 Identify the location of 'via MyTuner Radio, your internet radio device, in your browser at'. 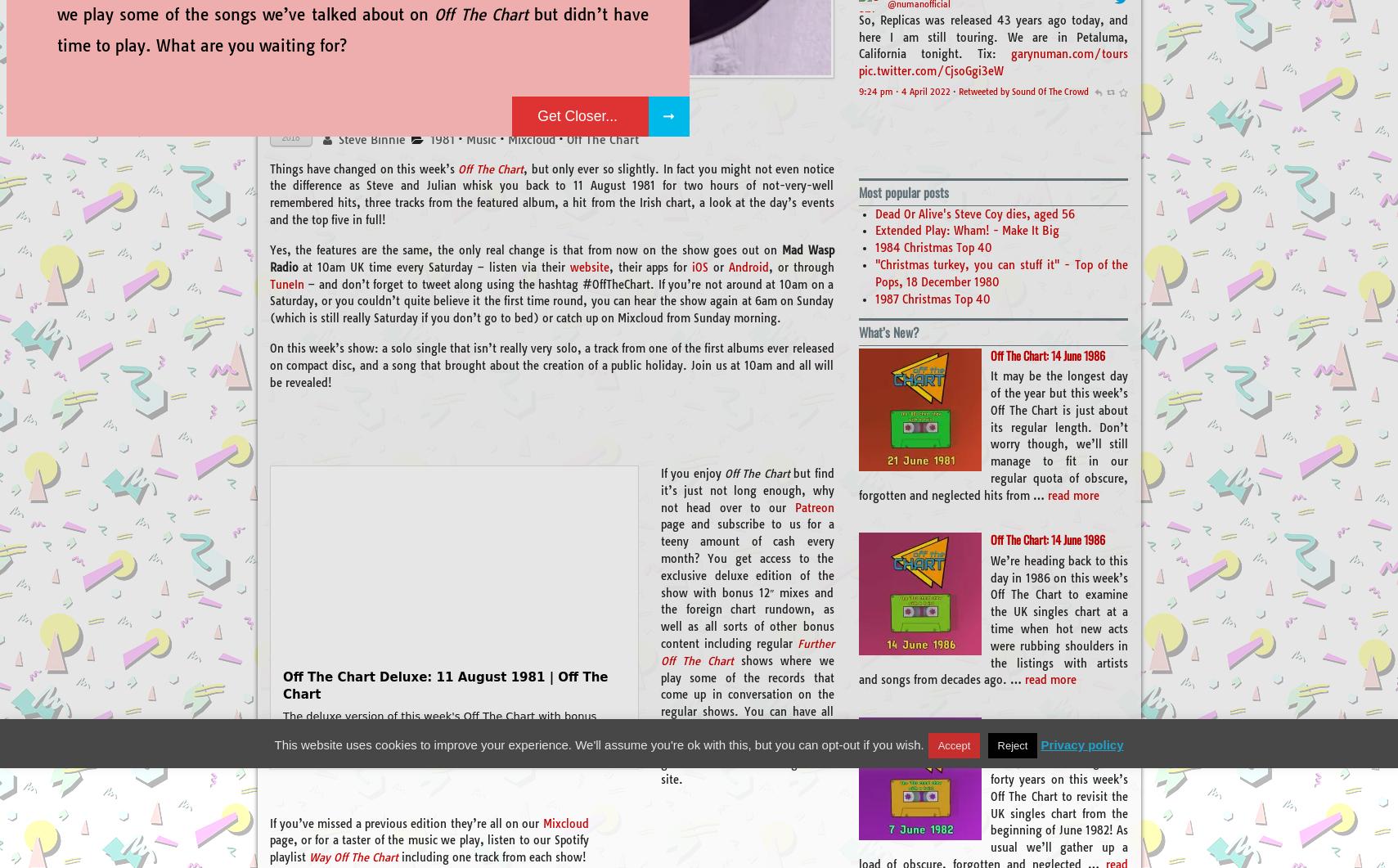
(993, 67).